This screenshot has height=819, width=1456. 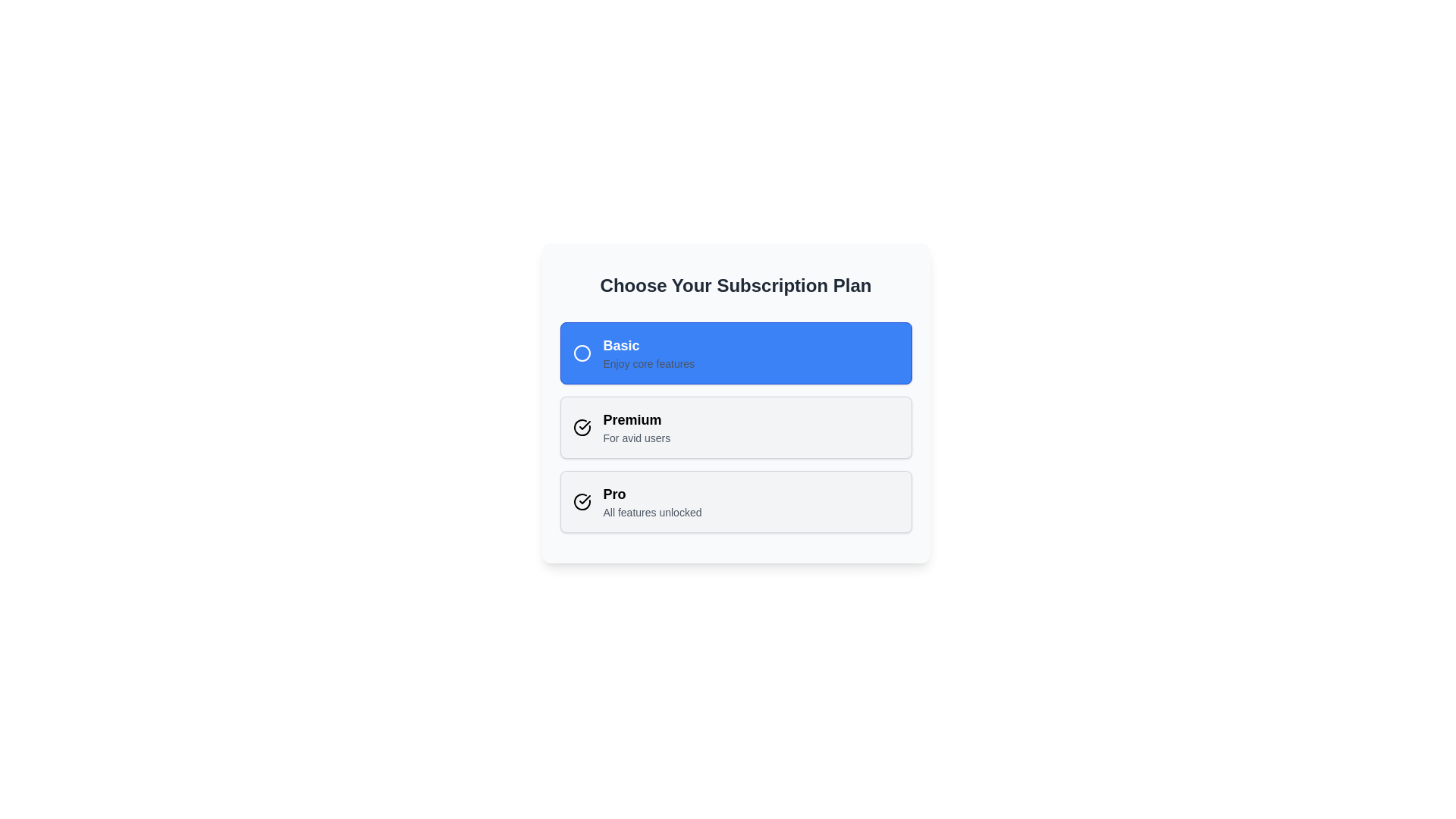 What do you see at coordinates (652, 512) in the screenshot?
I see `the static text label that describes the 'Pro' subscription plan, located below the 'Pro' title text` at bounding box center [652, 512].